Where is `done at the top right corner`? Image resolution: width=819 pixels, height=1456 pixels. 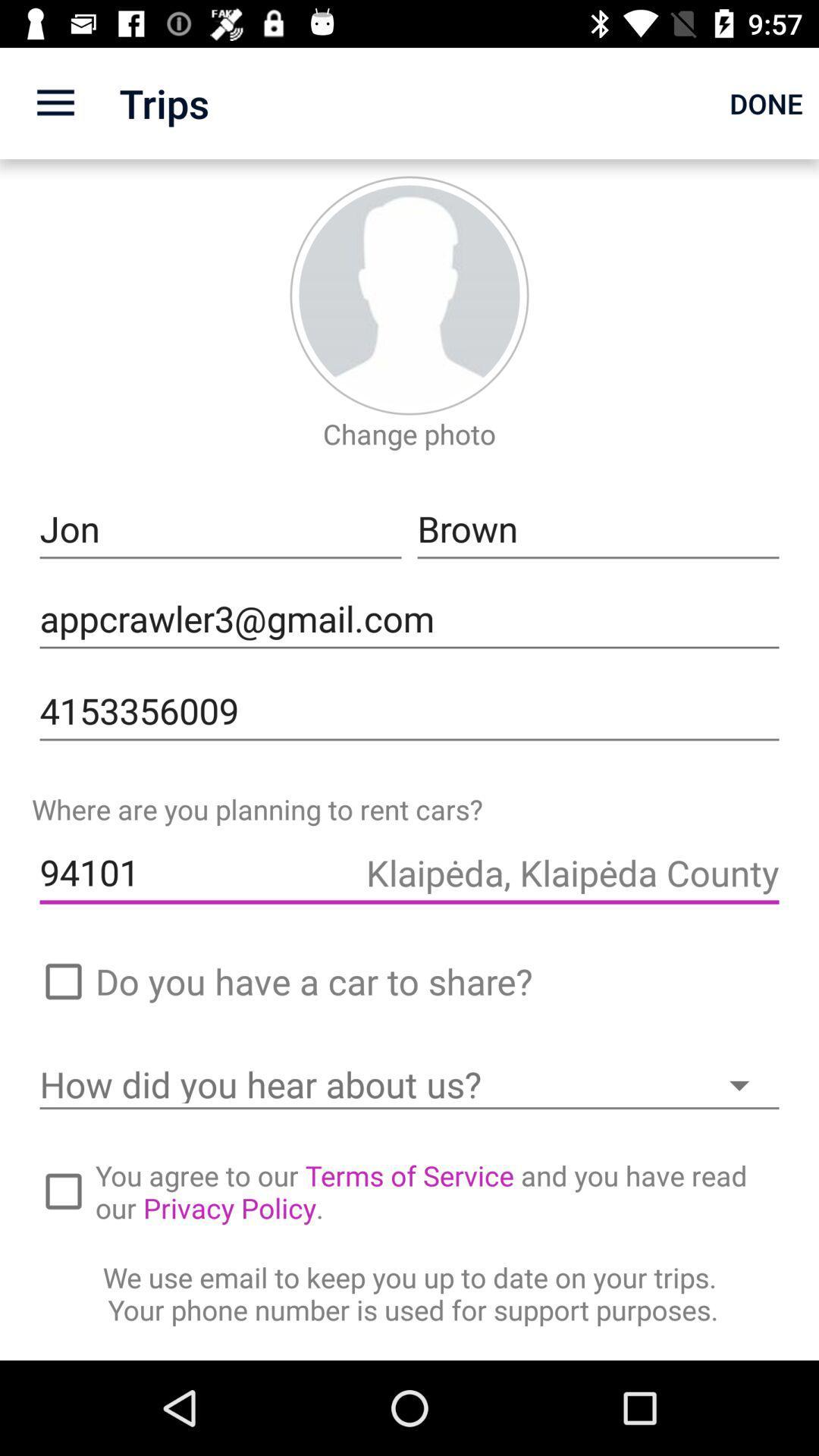
done at the top right corner is located at coordinates (766, 102).